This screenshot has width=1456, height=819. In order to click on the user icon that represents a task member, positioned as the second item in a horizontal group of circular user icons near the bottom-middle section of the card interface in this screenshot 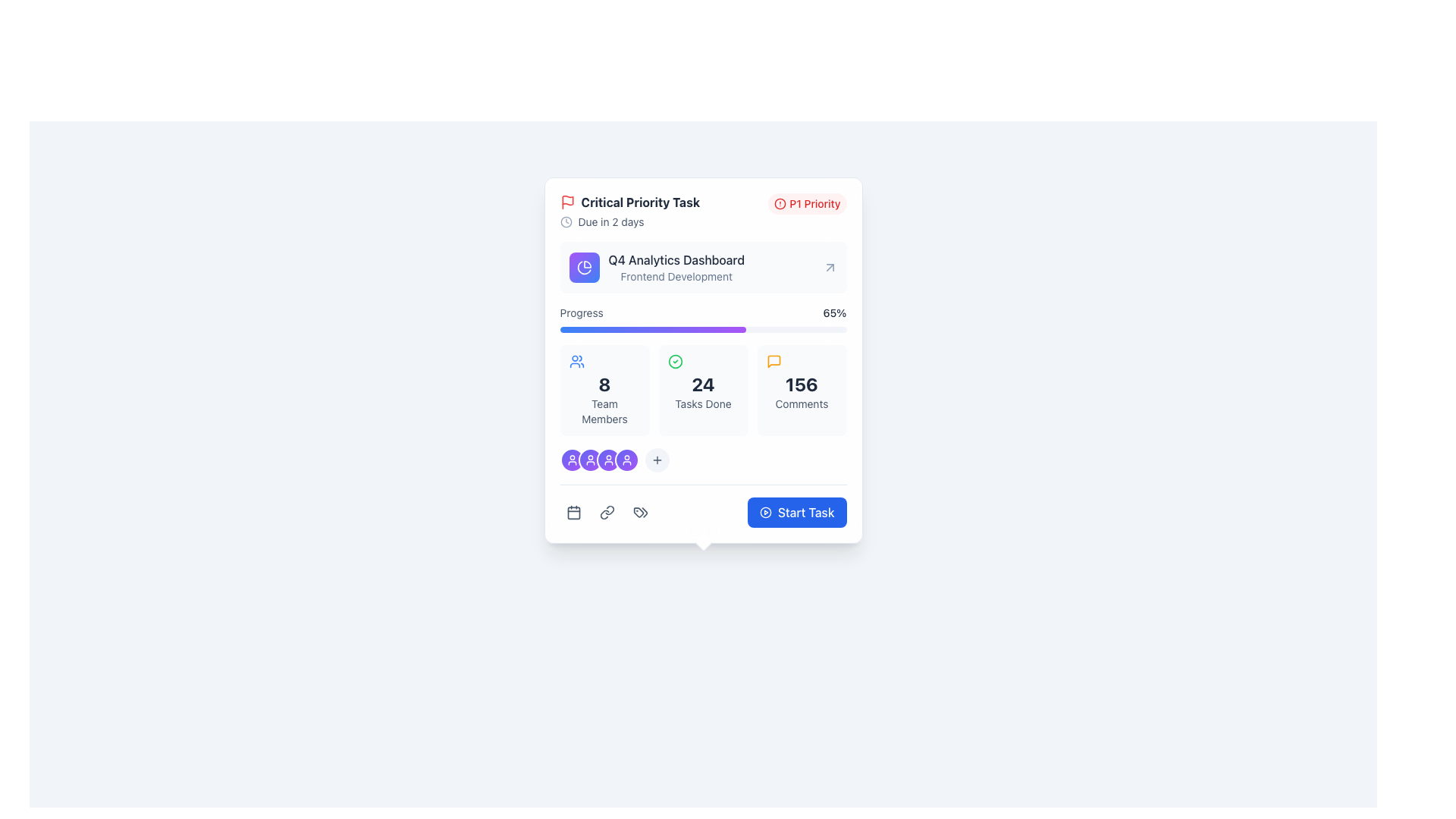, I will do `click(589, 459)`.